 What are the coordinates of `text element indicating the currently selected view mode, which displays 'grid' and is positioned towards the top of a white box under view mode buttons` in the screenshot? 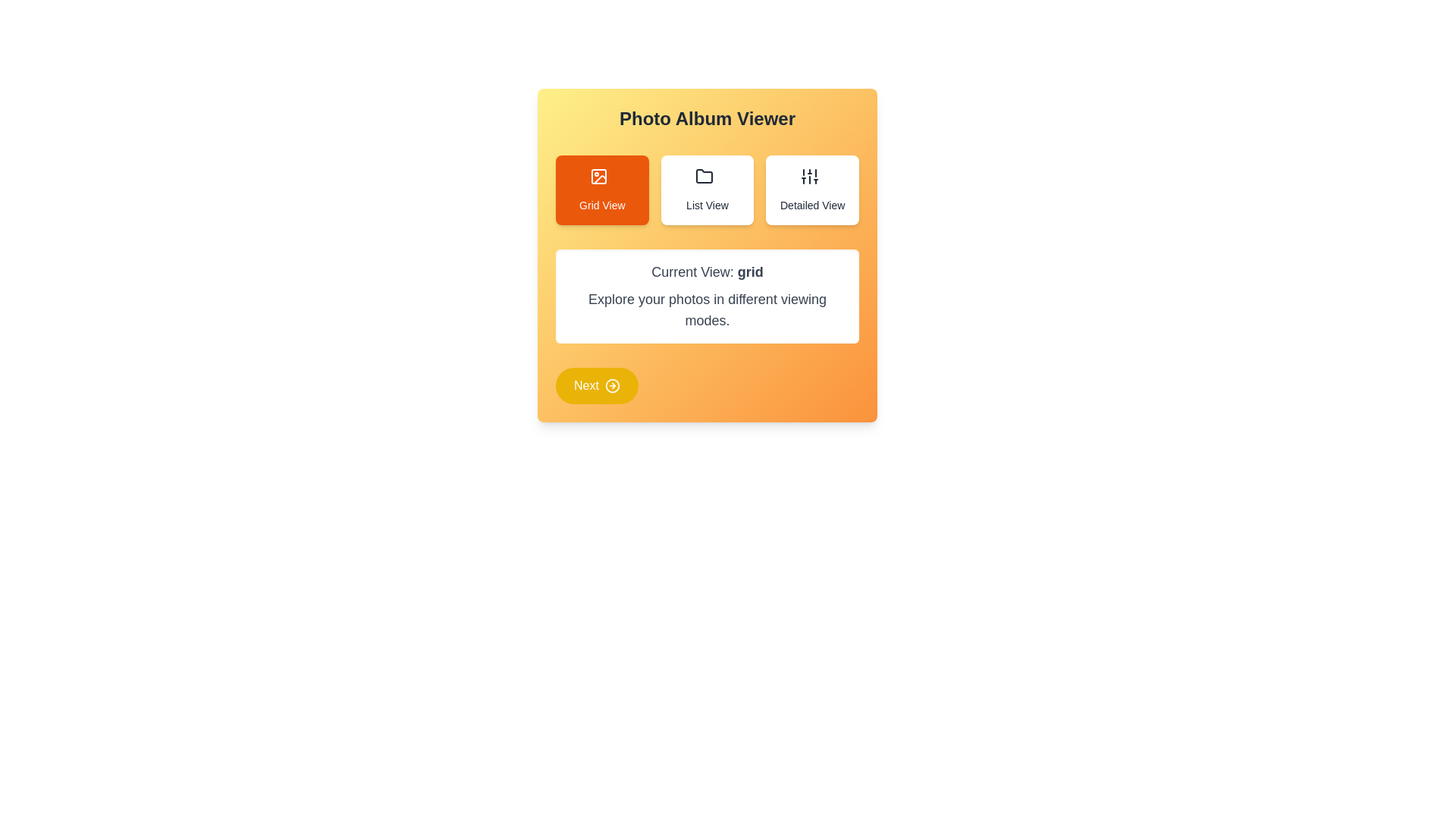 It's located at (706, 271).